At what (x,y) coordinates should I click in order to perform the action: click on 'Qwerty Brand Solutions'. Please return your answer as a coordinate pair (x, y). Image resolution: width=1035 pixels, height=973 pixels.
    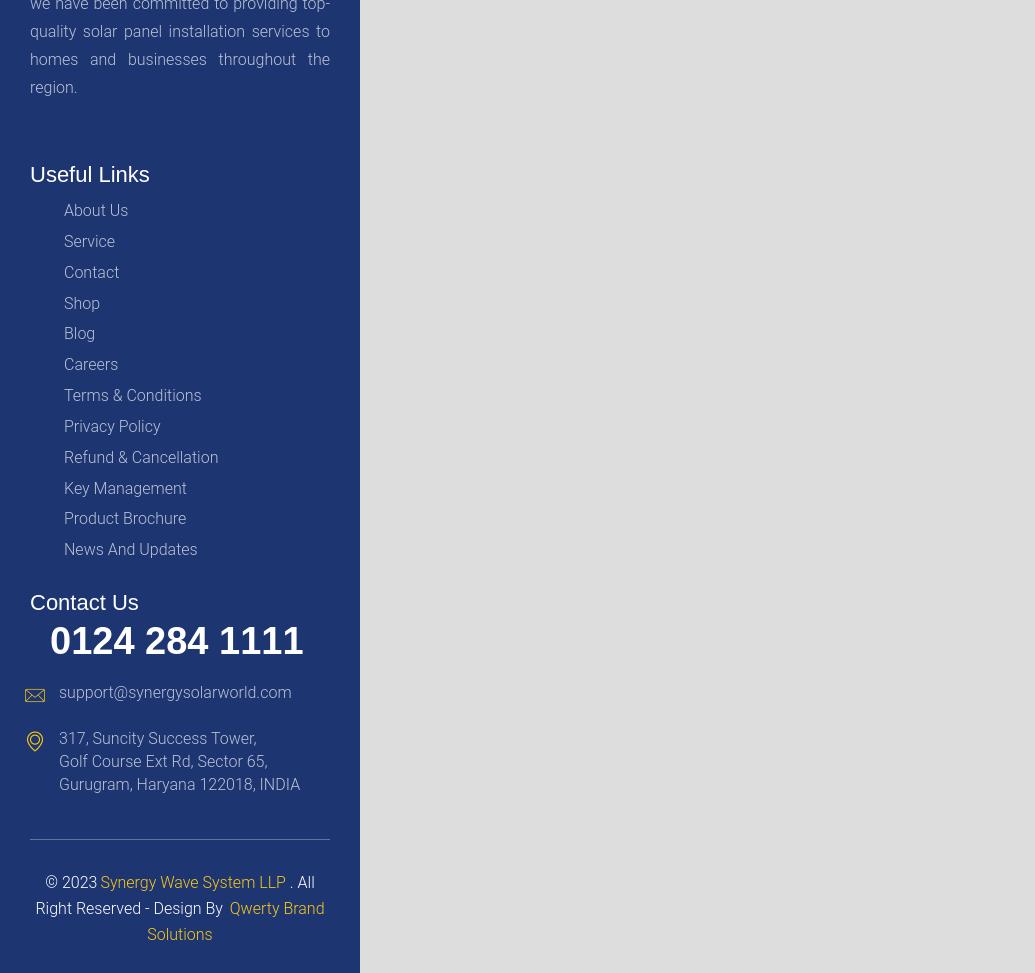
    Looking at the image, I should click on (235, 919).